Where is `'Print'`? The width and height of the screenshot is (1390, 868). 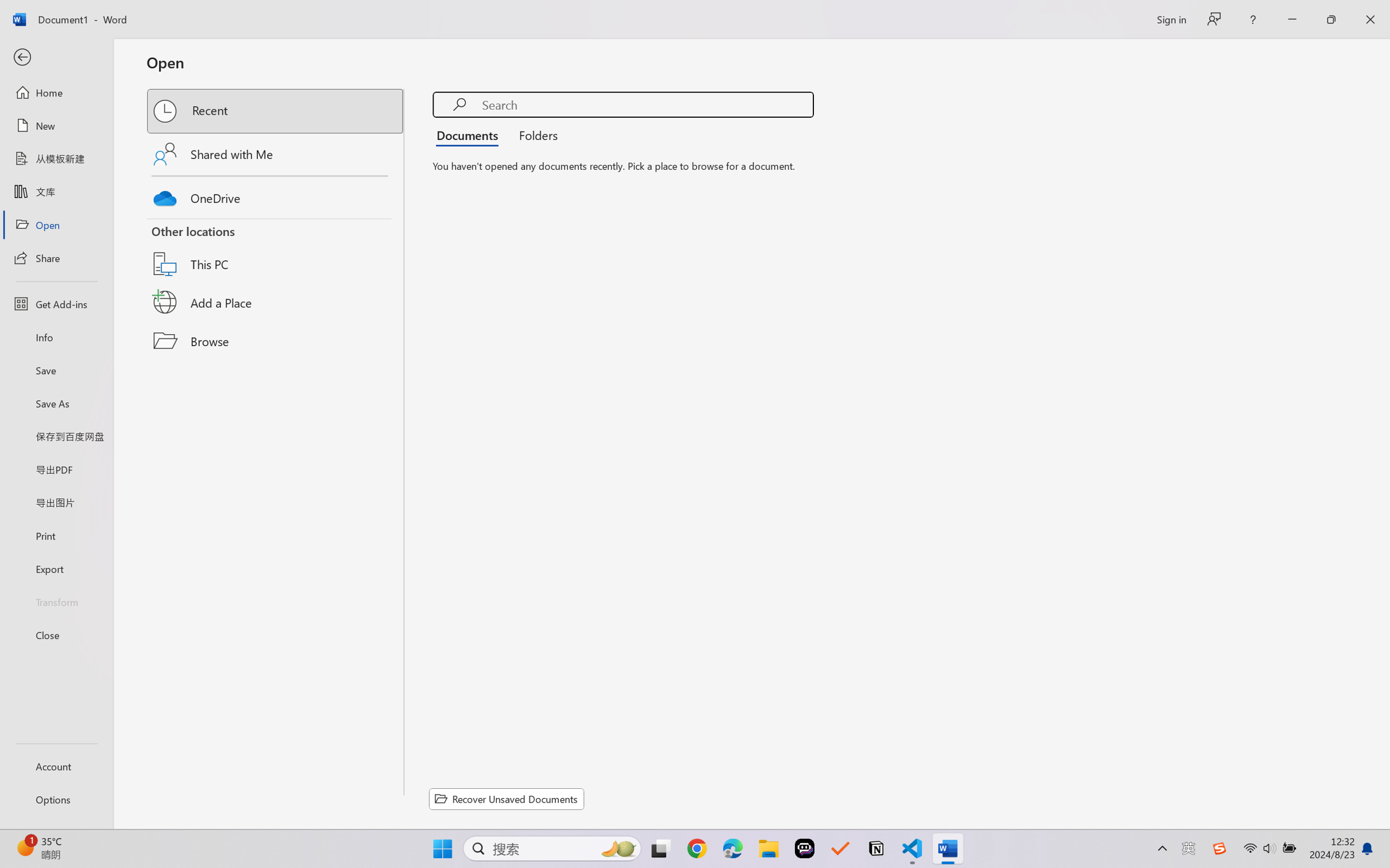 'Print' is located at coordinates (56, 536).